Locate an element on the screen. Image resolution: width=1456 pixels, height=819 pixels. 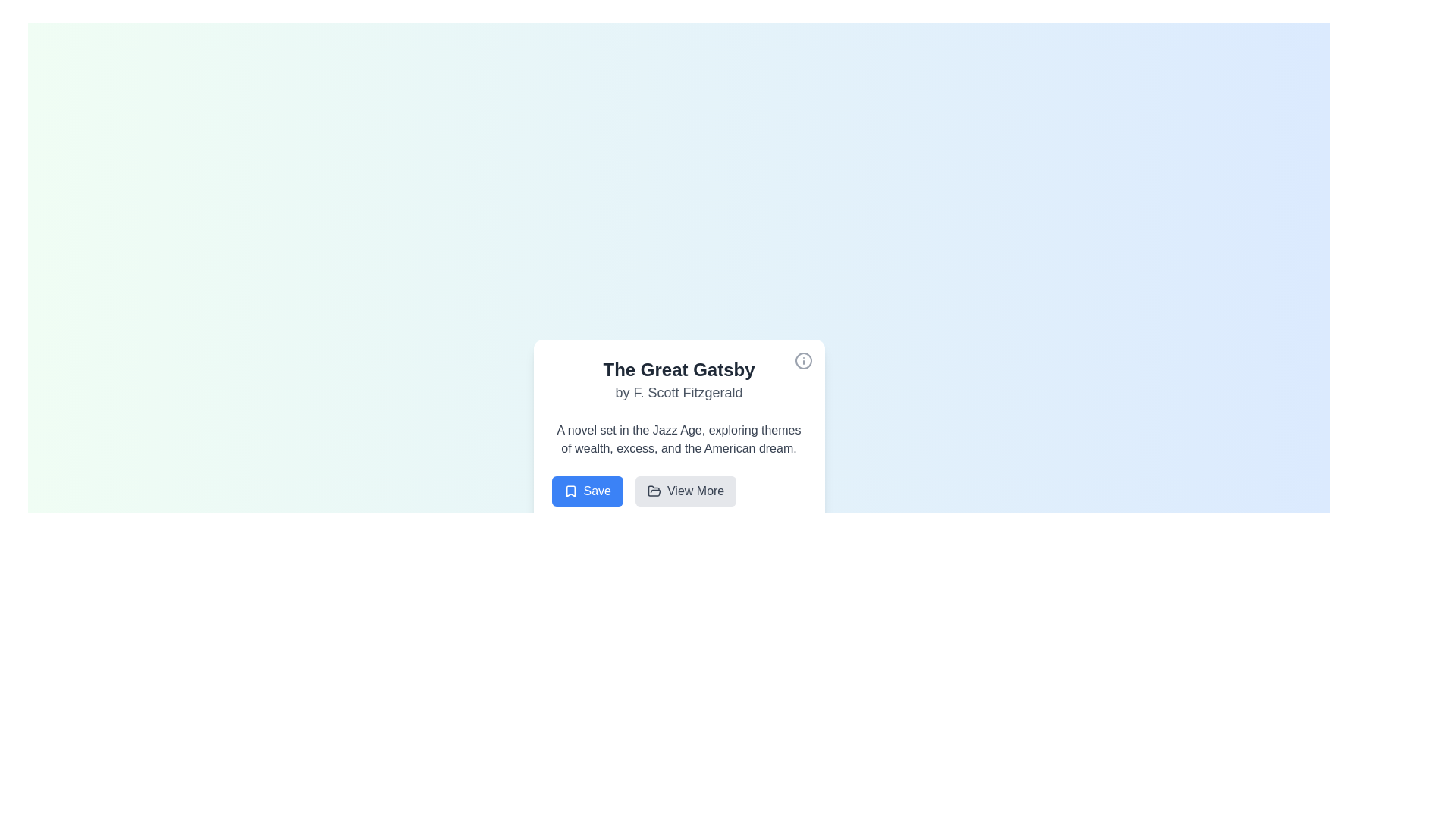
the open folder icon located to the left of the 'View More' button, which has a gray outline and no background color is located at coordinates (654, 491).